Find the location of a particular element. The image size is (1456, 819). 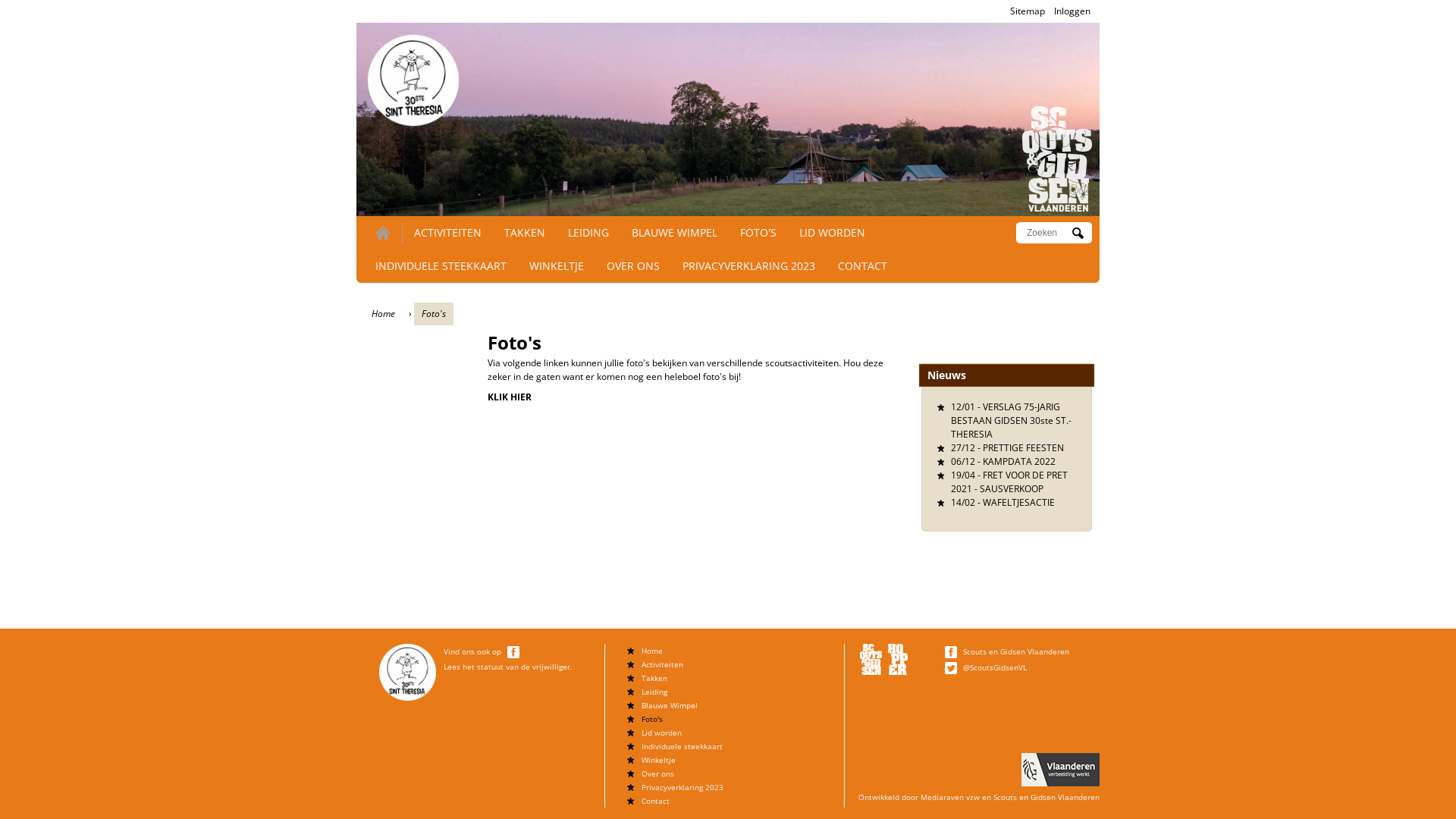

'Individuele steekkaart' is located at coordinates (681, 745).